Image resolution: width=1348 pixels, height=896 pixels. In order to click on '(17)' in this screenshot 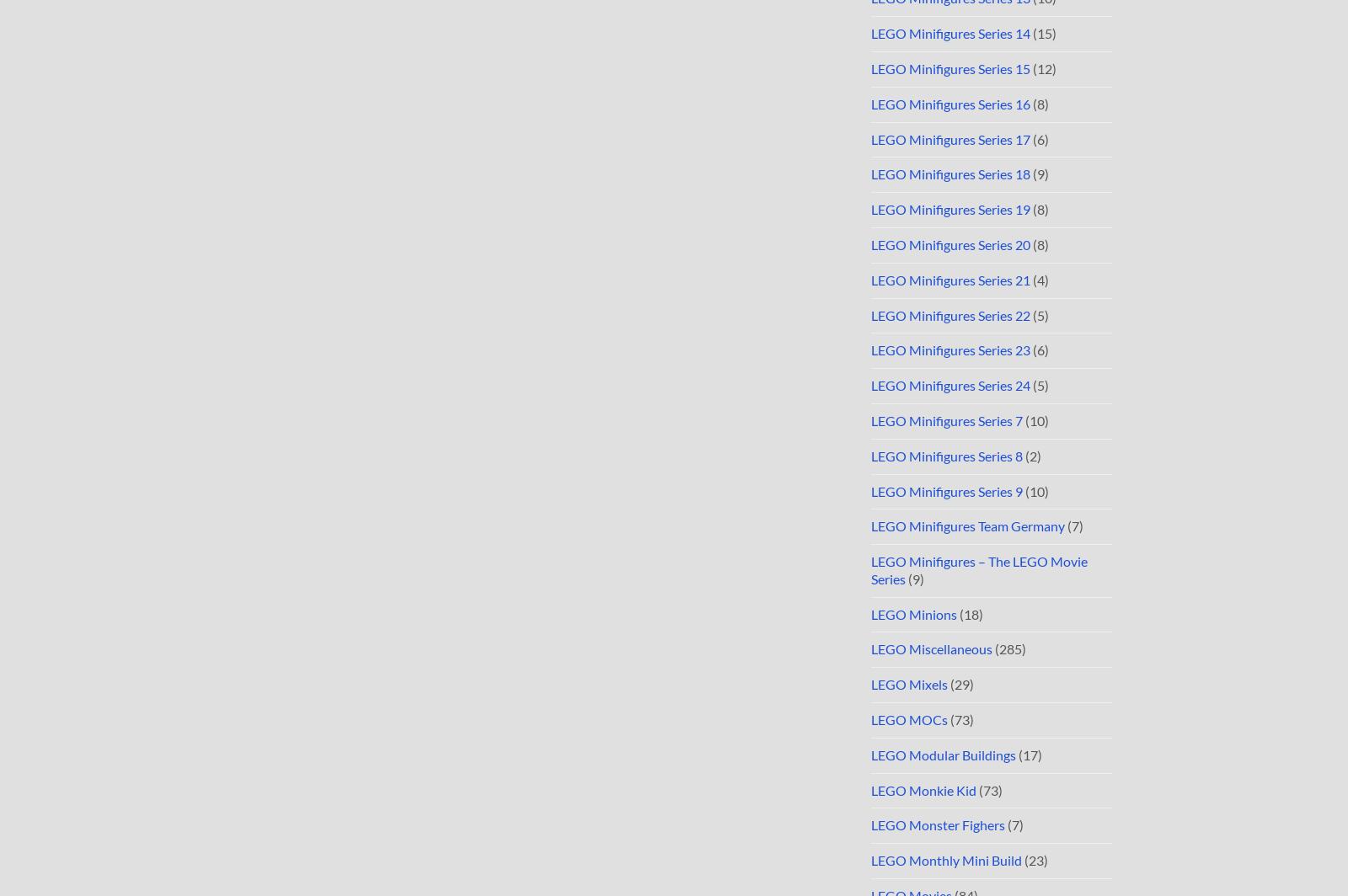, I will do `click(1028, 754)`.